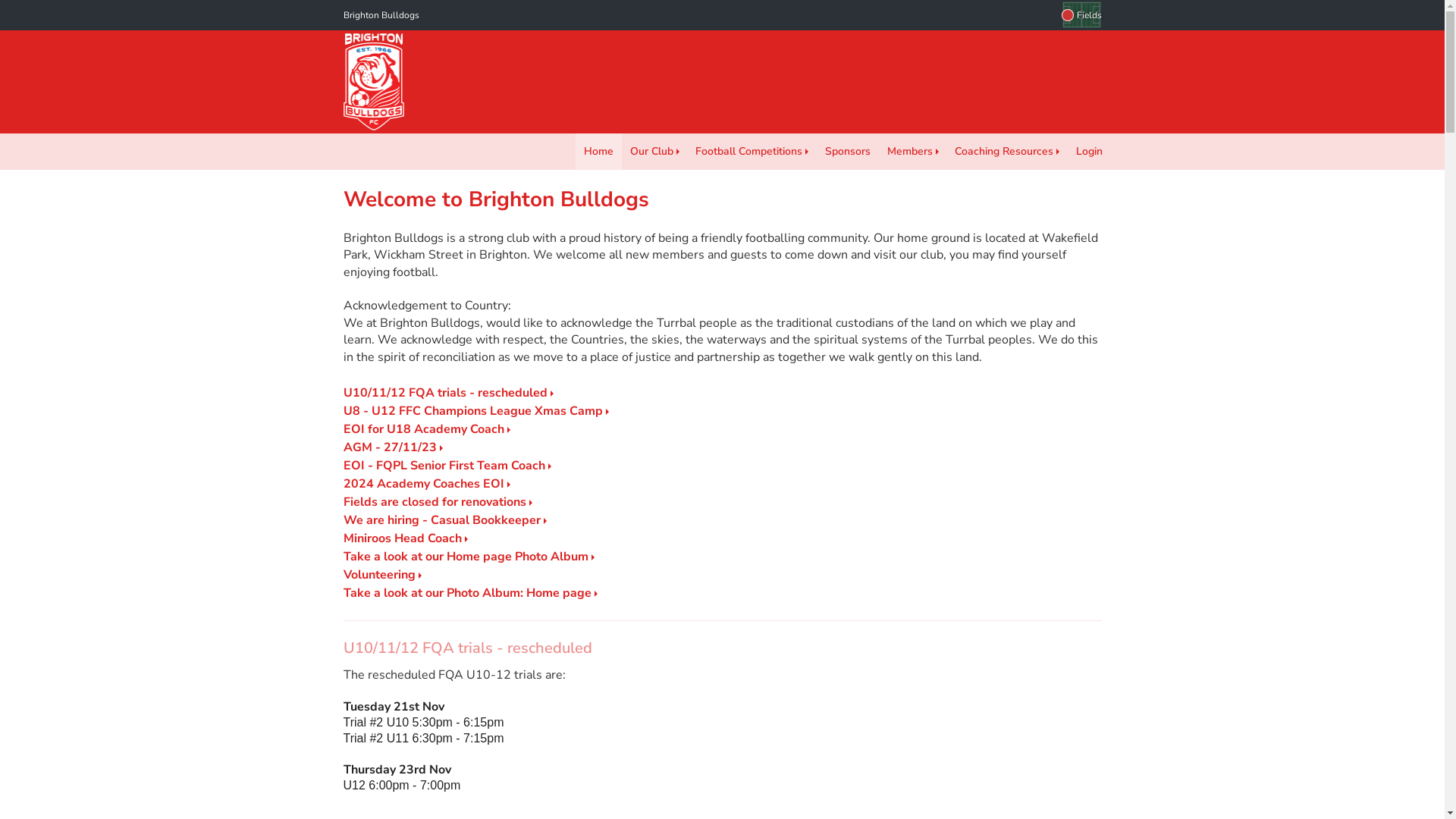 This screenshot has height=819, width=1456. I want to click on 'Coaching Resources', so click(946, 152).